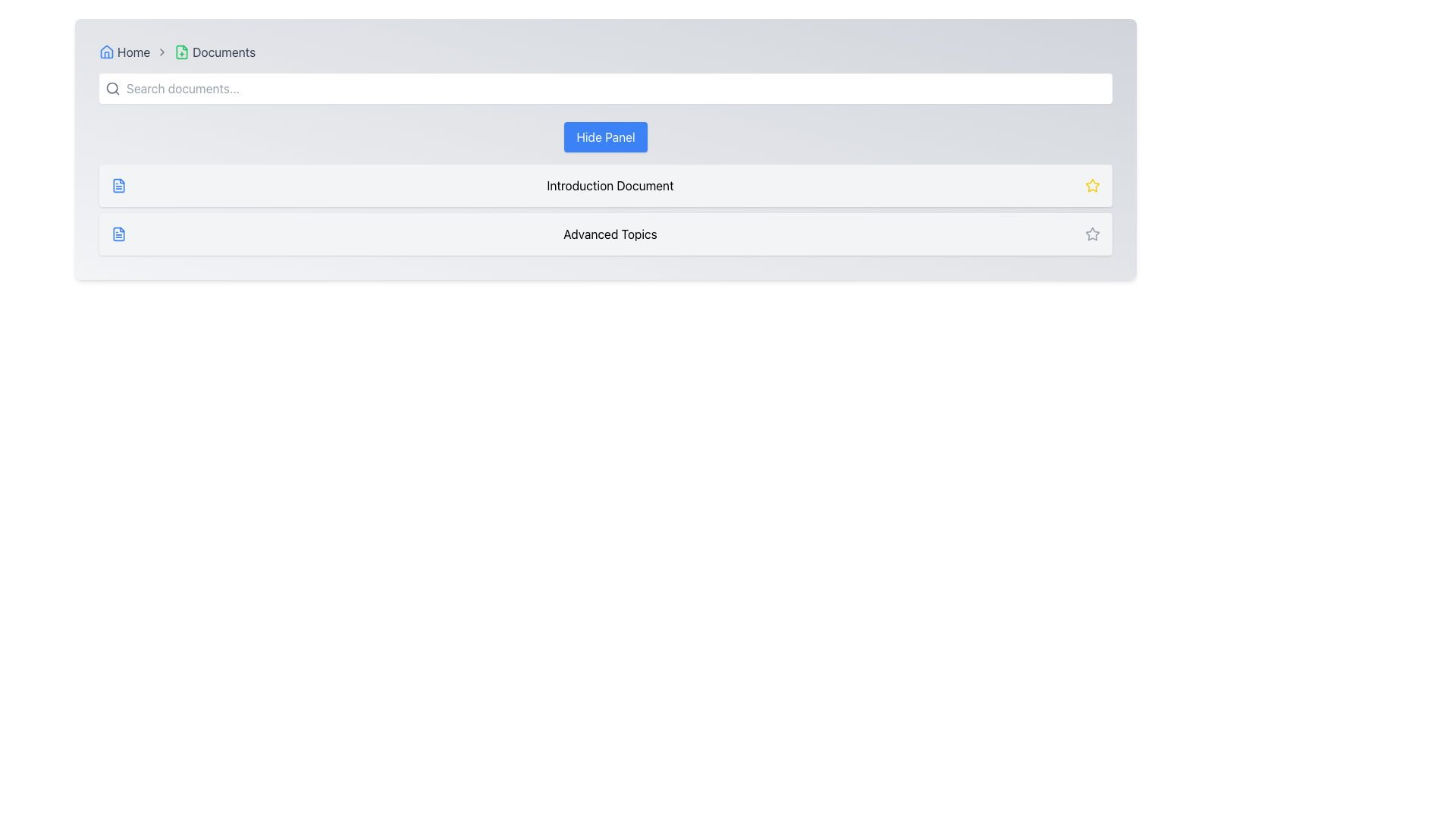 The image size is (1456, 819). Describe the element at coordinates (604, 137) in the screenshot. I see `the button that toggles the visibility of the panel, located at the center of the upper section of the interface above the 'Introduction Document' and 'Advanced Topics' content rows` at that location.